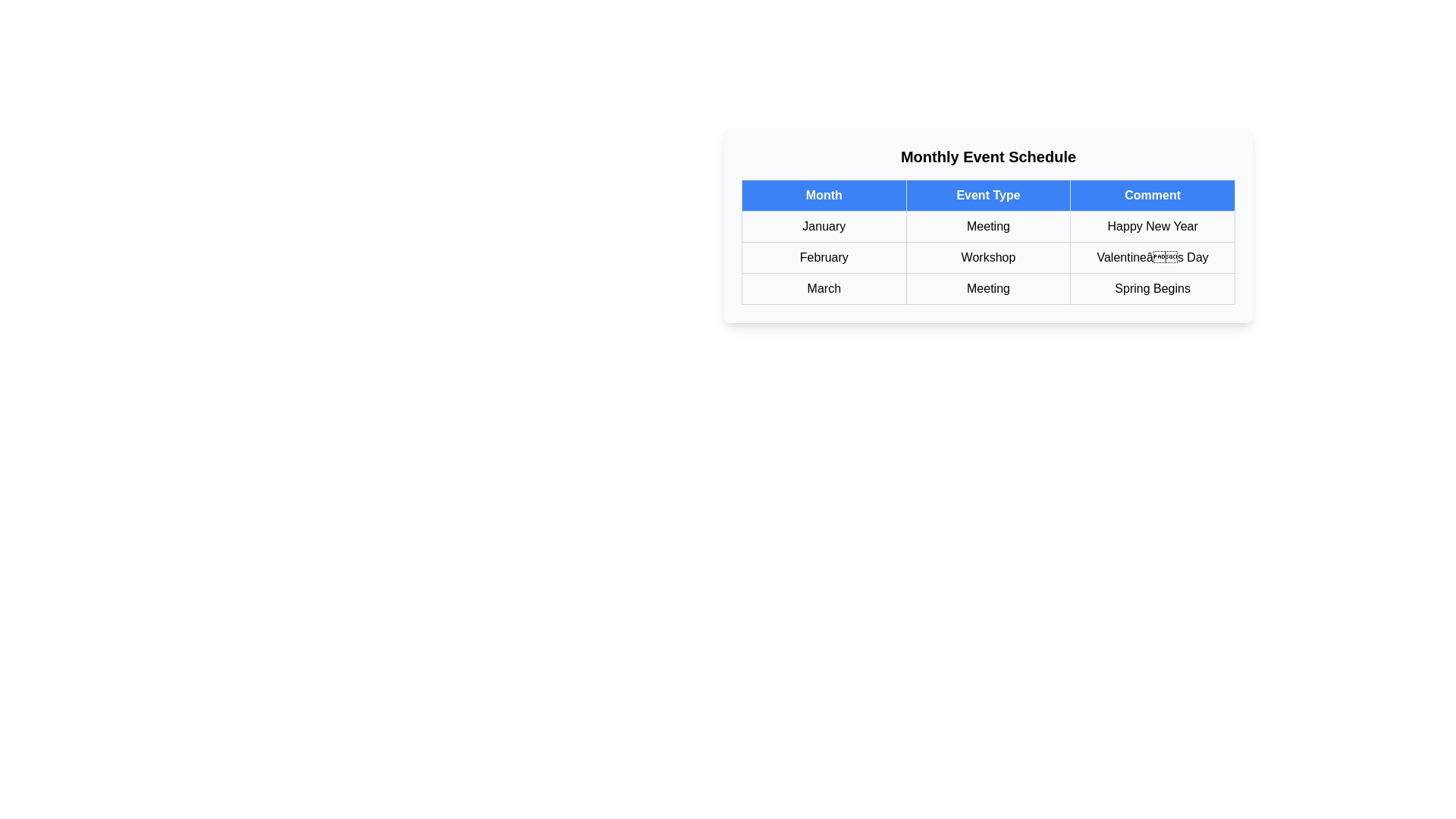 The width and height of the screenshot is (1456, 819). Describe the element at coordinates (988, 227) in the screenshot. I see `the row corresponding to January` at that location.